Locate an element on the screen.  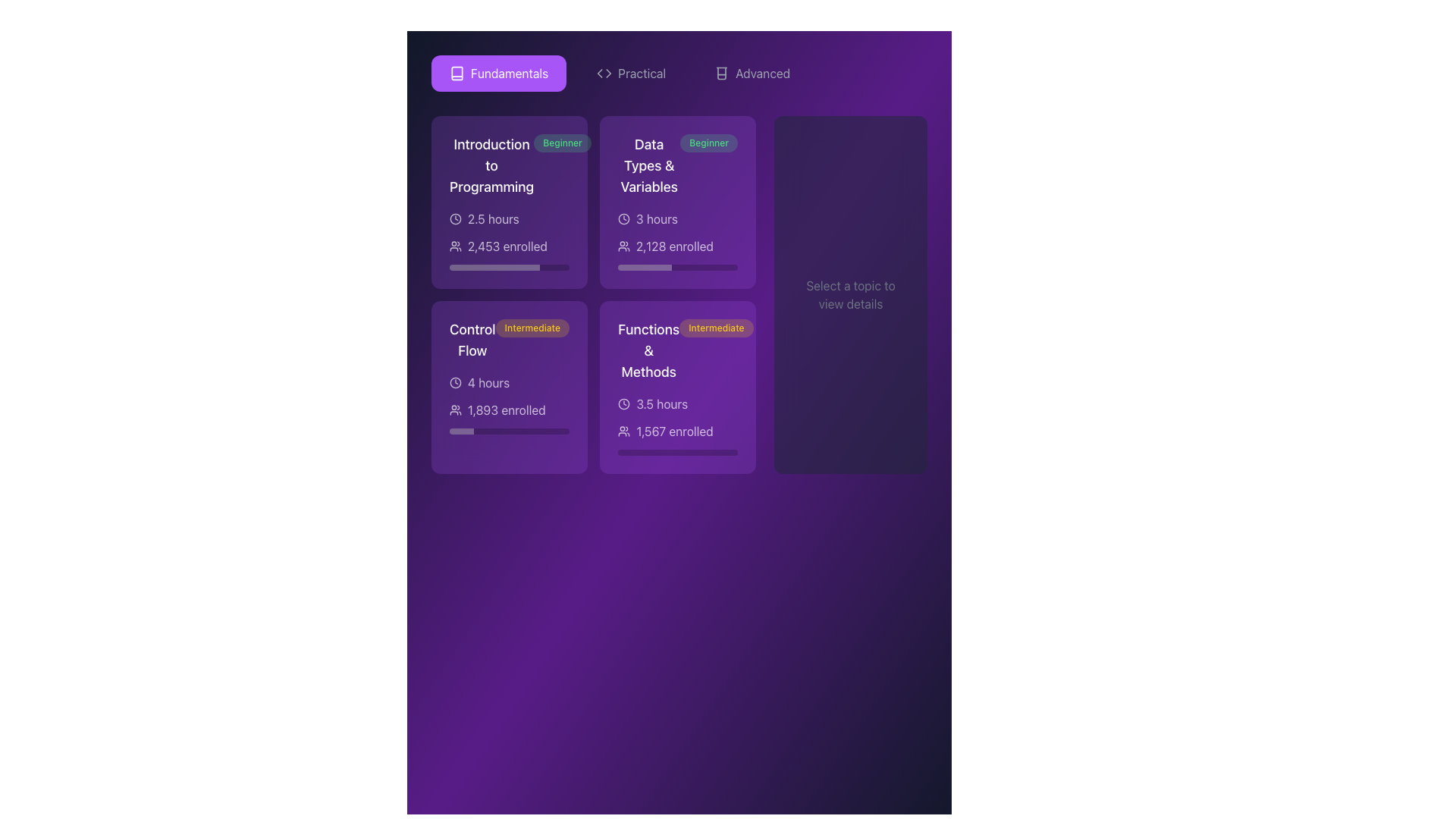
the purple button labeled 'Fundamentals' with a book icon on the left is located at coordinates (498, 73).